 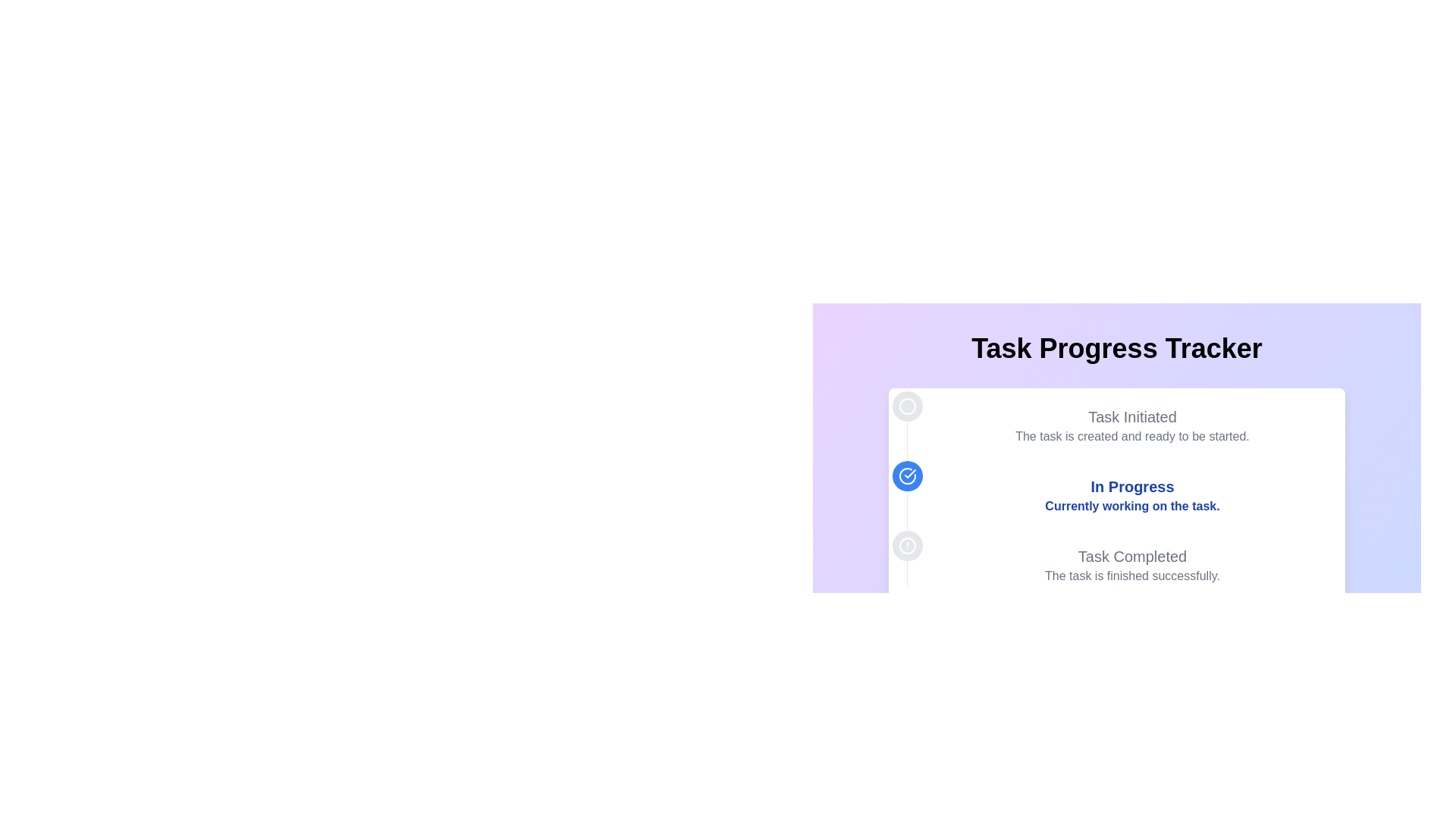 What do you see at coordinates (1117, 526) in the screenshot?
I see `the task progress tracker element which visually displays the progress of a task with stages: 'Task Initiated', 'In Progress', and 'Task Completed'` at bounding box center [1117, 526].